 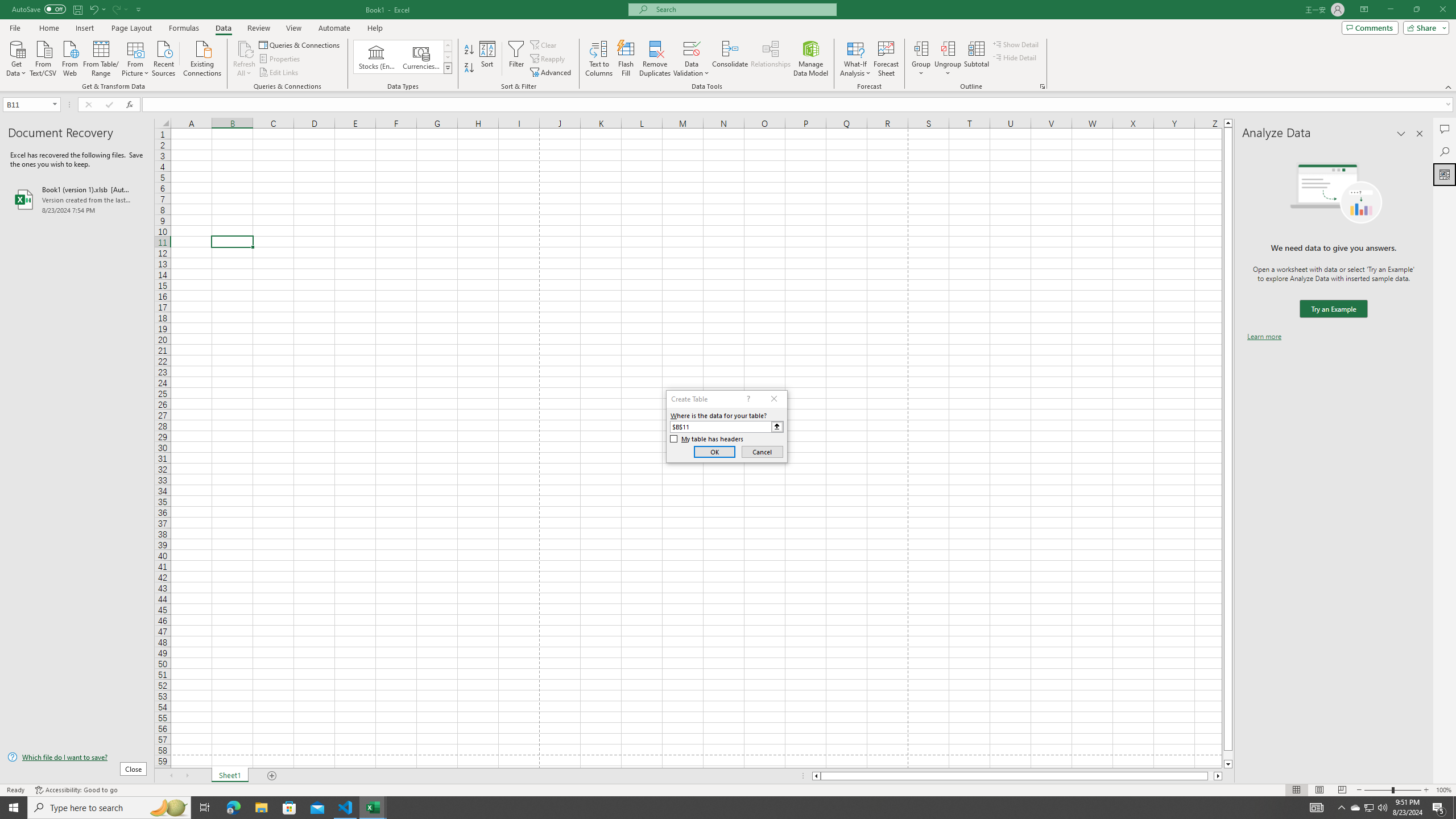 What do you see at coordinates (115, 9) in the screenshot?
I see `'Redo'` at bounding box center [115, 9].